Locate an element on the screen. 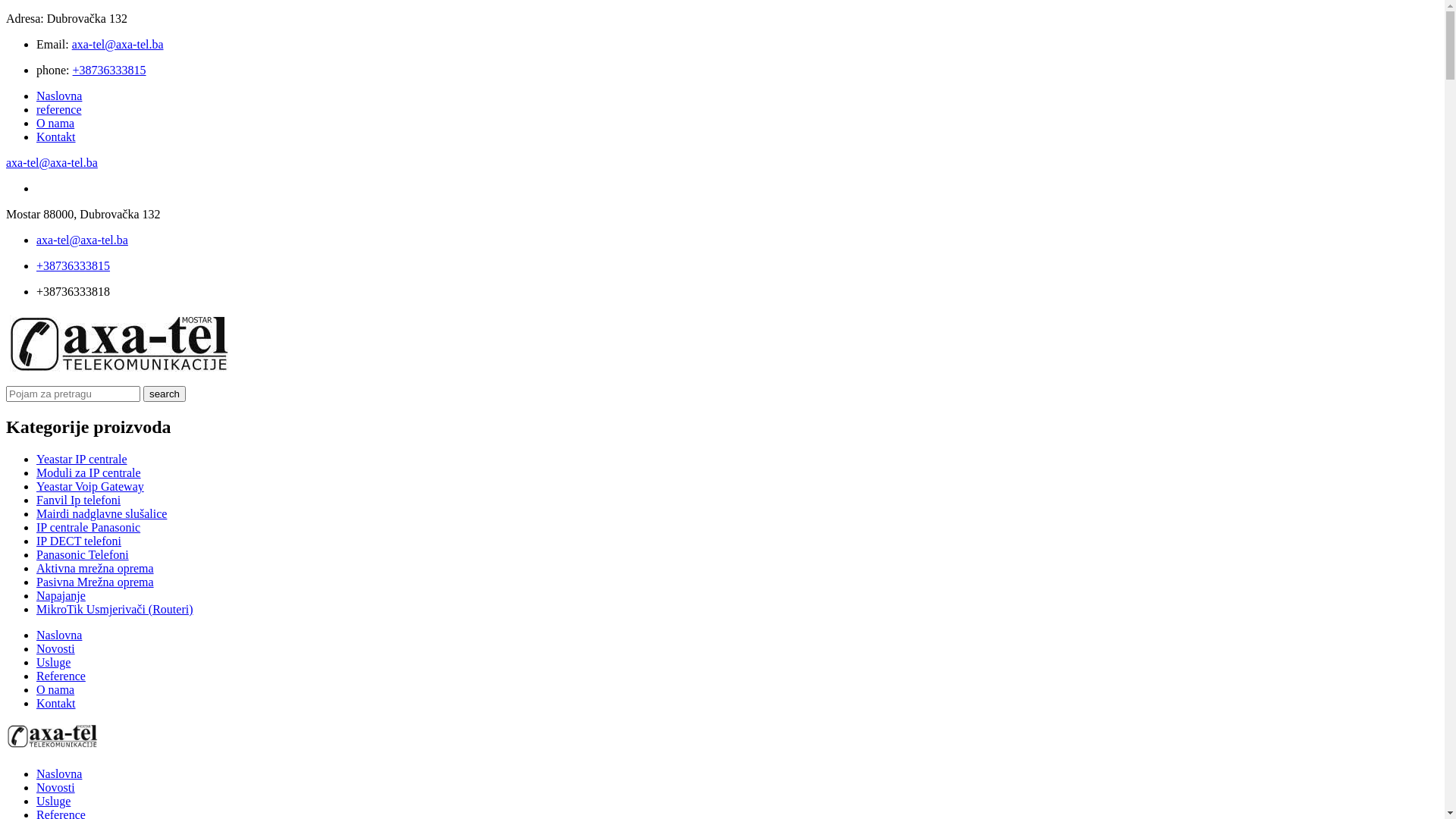 Image resolution: width=1456 pixels, height=819 pixels. 'IP centrale Panasonic' is located at coordinates (87, 526).